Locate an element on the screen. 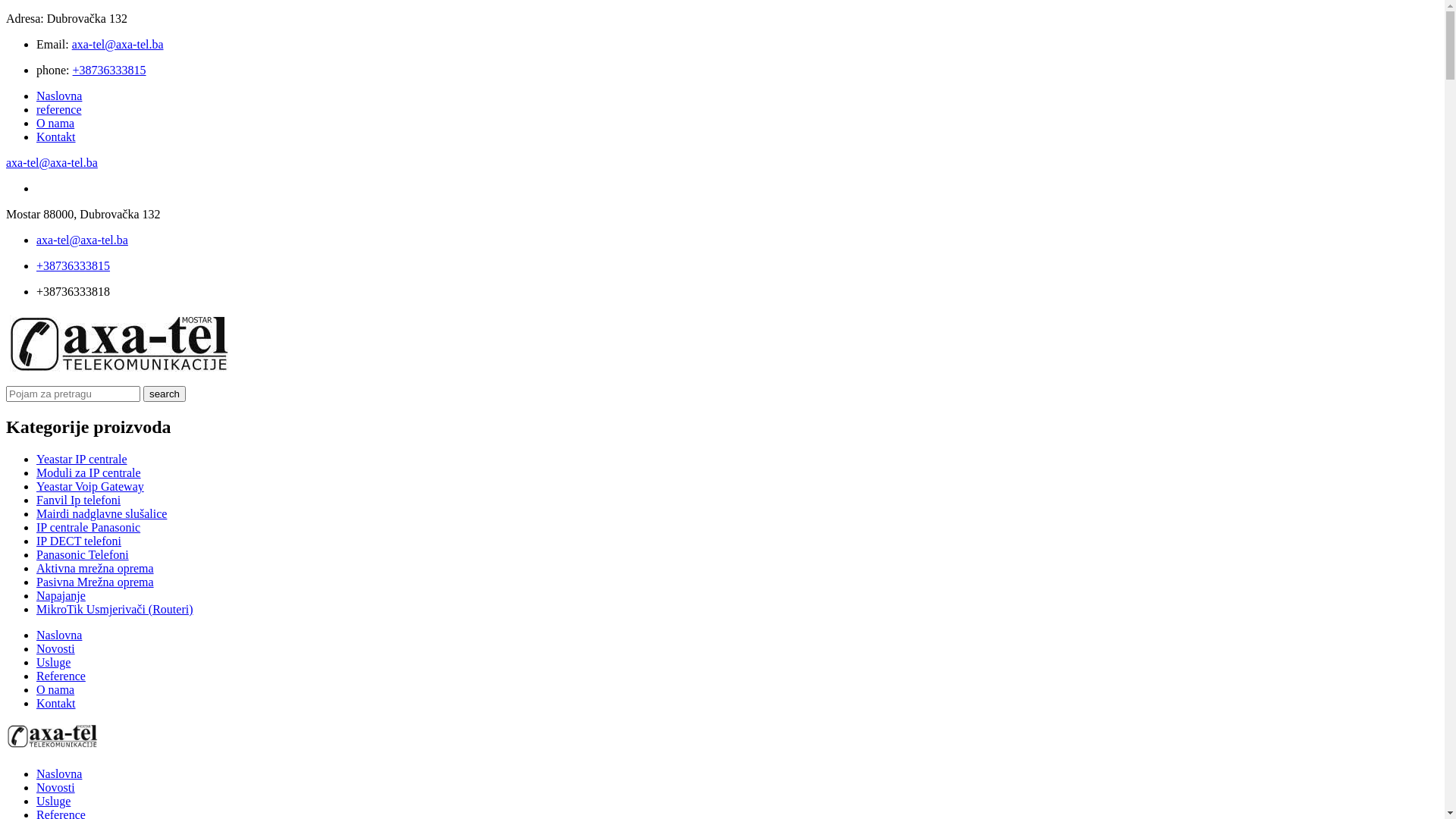 Image resolution: width=1456 pixels, height=819 pixels. 'IP centrale Panasonic' is located at coordinates (87, 526).